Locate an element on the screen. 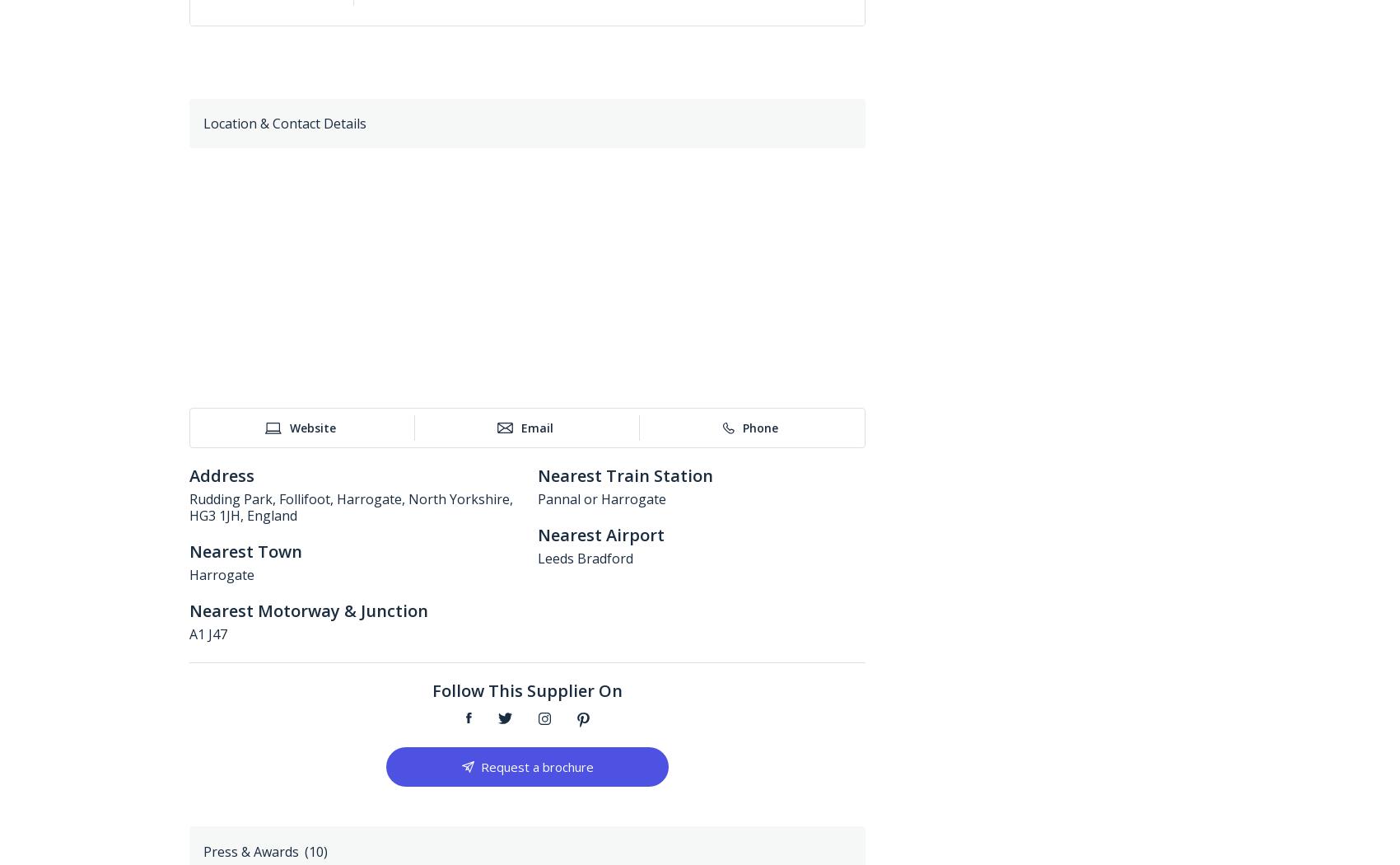 Image resolution: width=1400 pixels, height=865 pixels. 'Nearest Motorway & Junction' is located at coordinates (308, 610).